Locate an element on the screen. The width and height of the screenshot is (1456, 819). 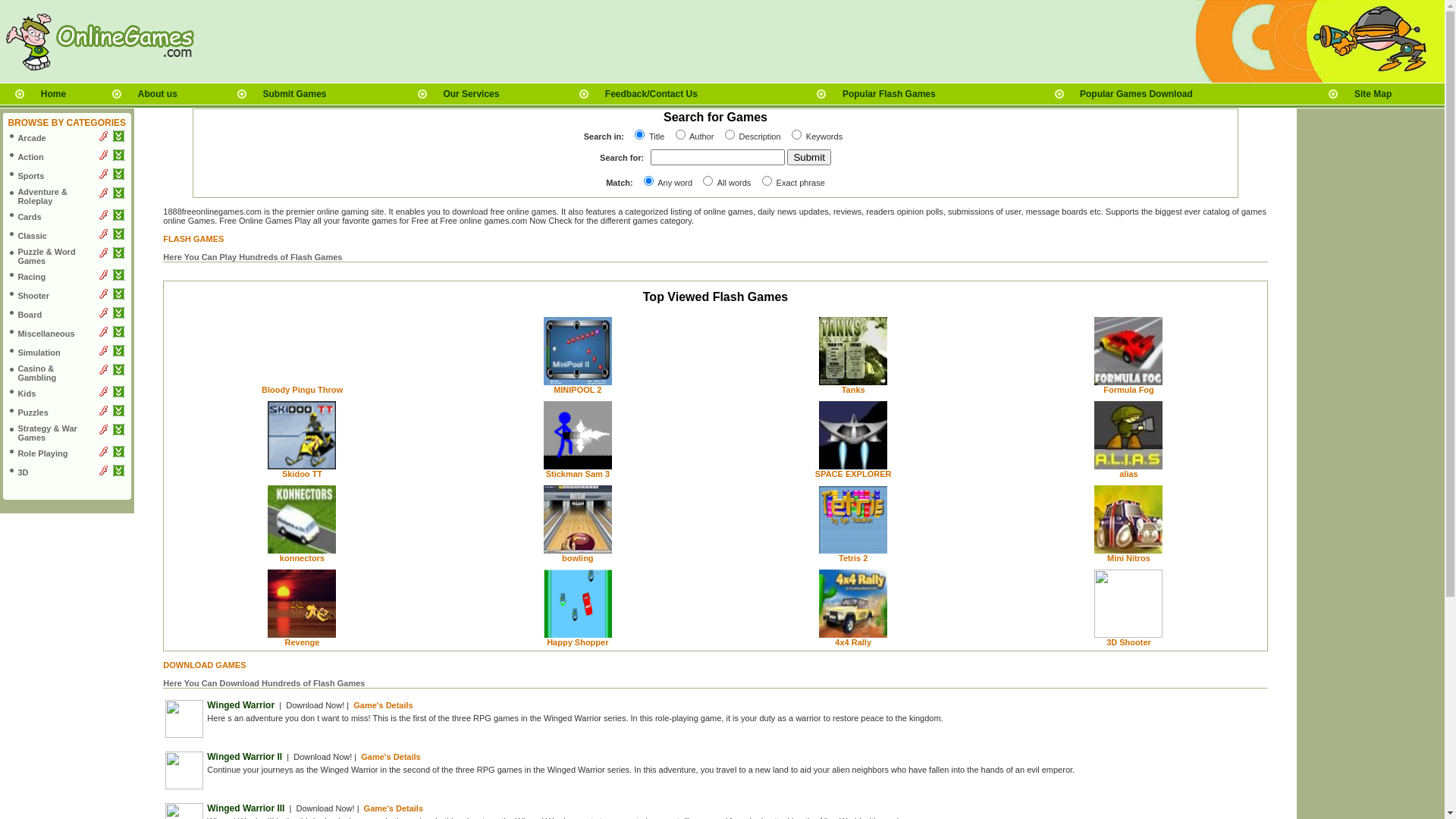
'Play Simulation Flash Games' is located at coordinates (102, 353).